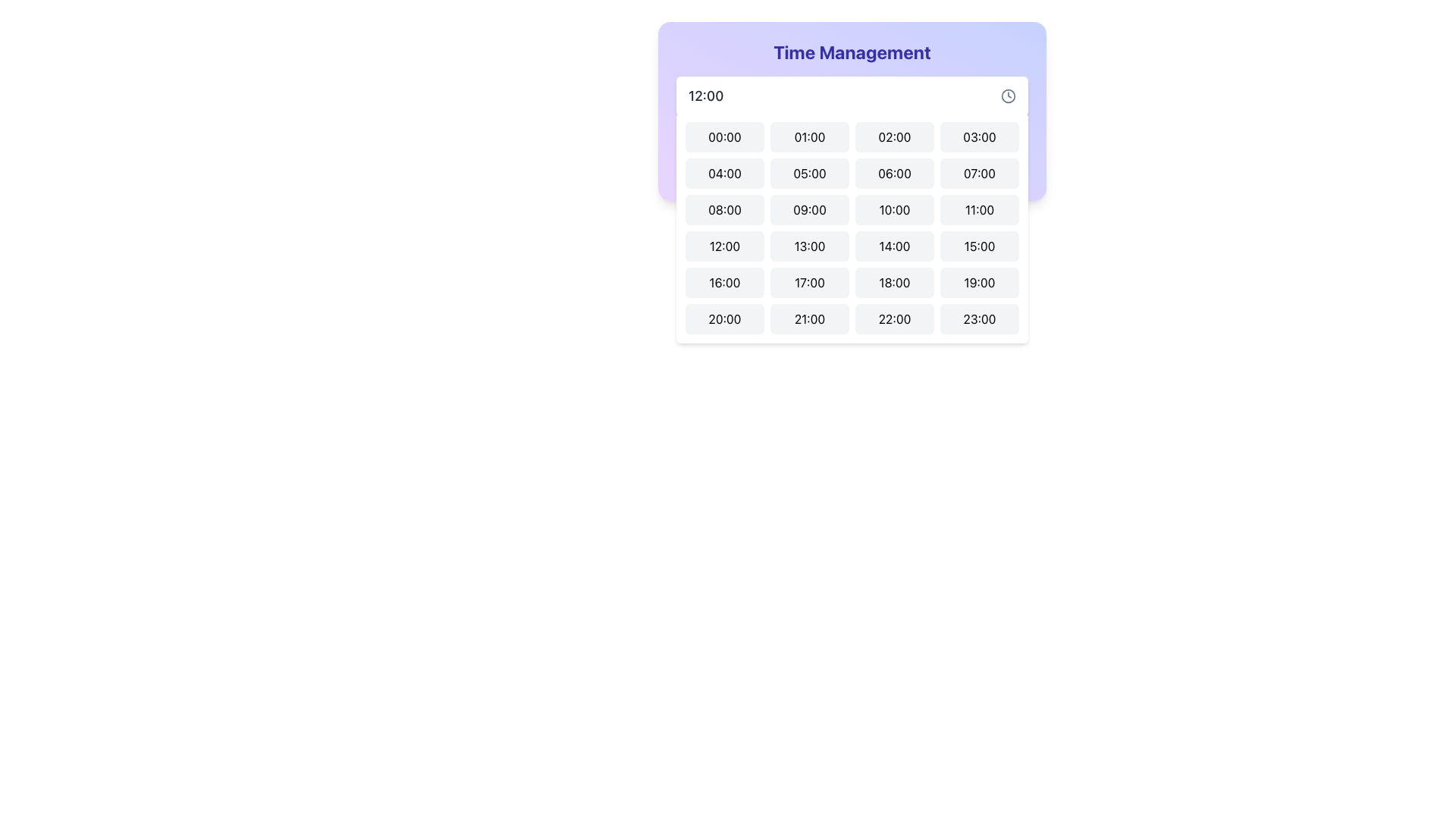  What do you see at coordinates (809, 318) in the screenshot?
I see `the button displaying '21:00', which is the sixth entry in the last row of a 4-column grid layout within the 'Time Management' popup` at bounding box center [809, 318].